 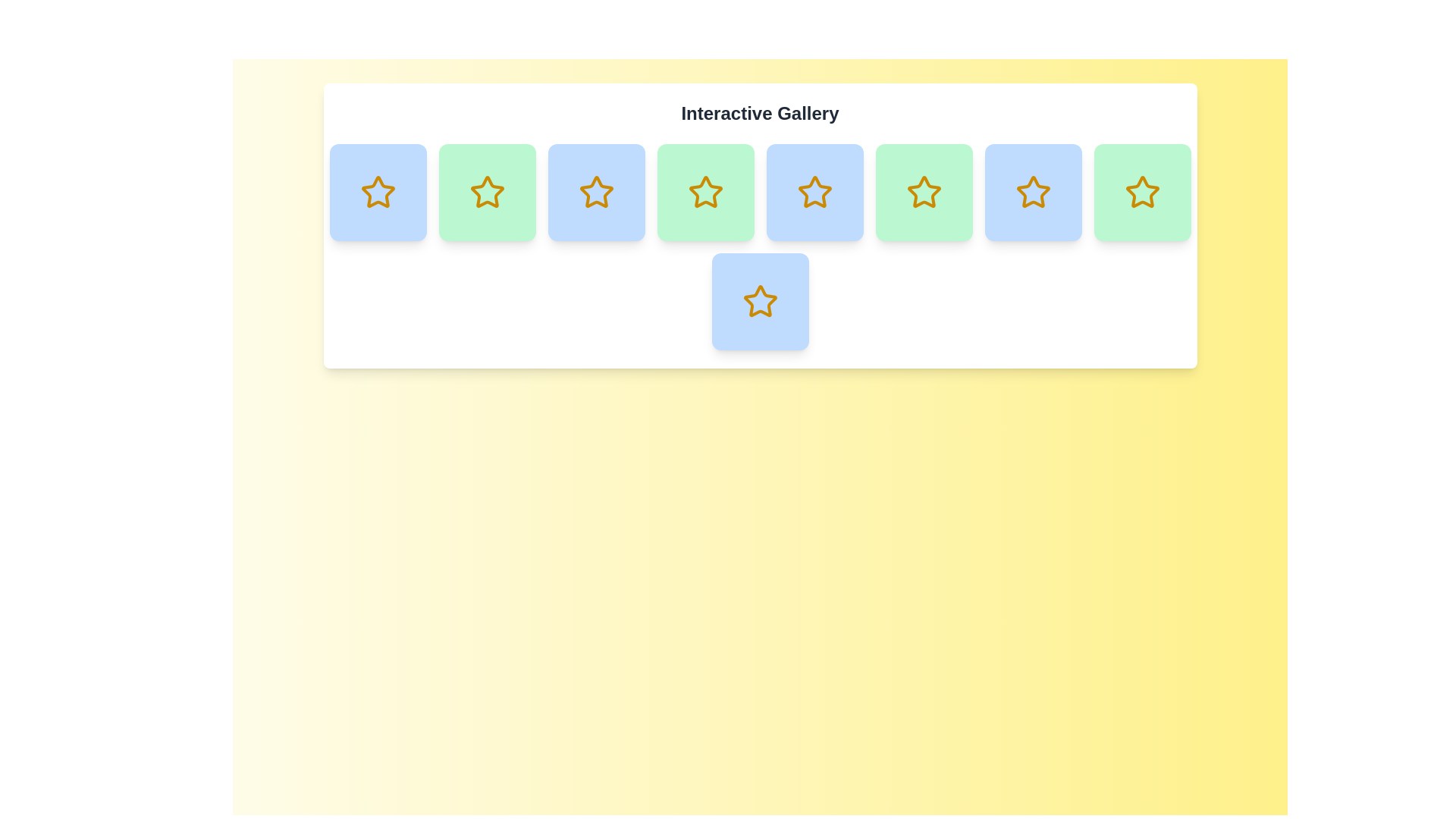 What do you see at coordinates (1032, 191) in the screenshot?
I see `the sixth star icon in the gallery` at bounding box center [1032, 191].